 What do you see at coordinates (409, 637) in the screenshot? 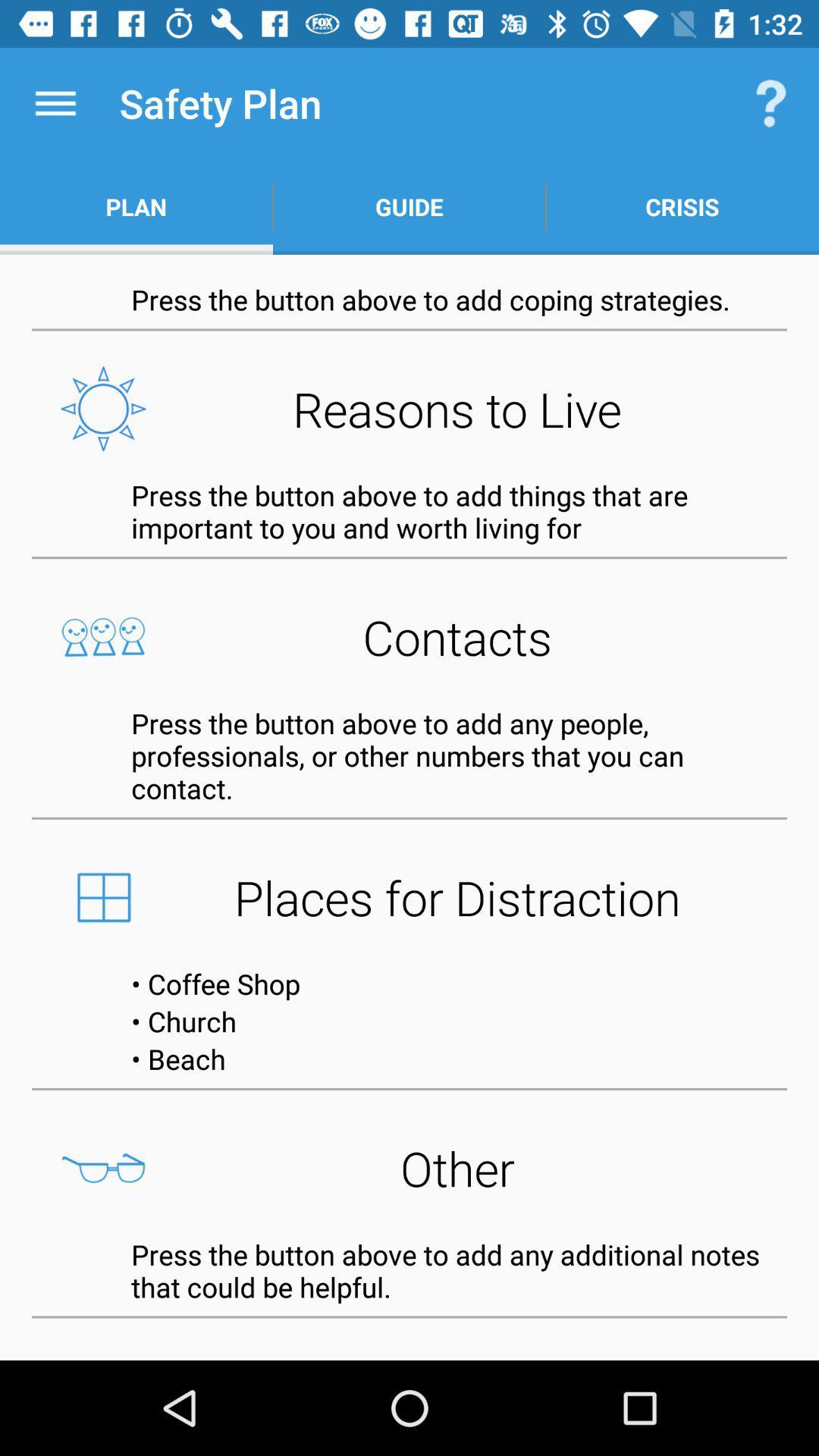
I see `item above the press the button icon` at bounding box center [409, 637].